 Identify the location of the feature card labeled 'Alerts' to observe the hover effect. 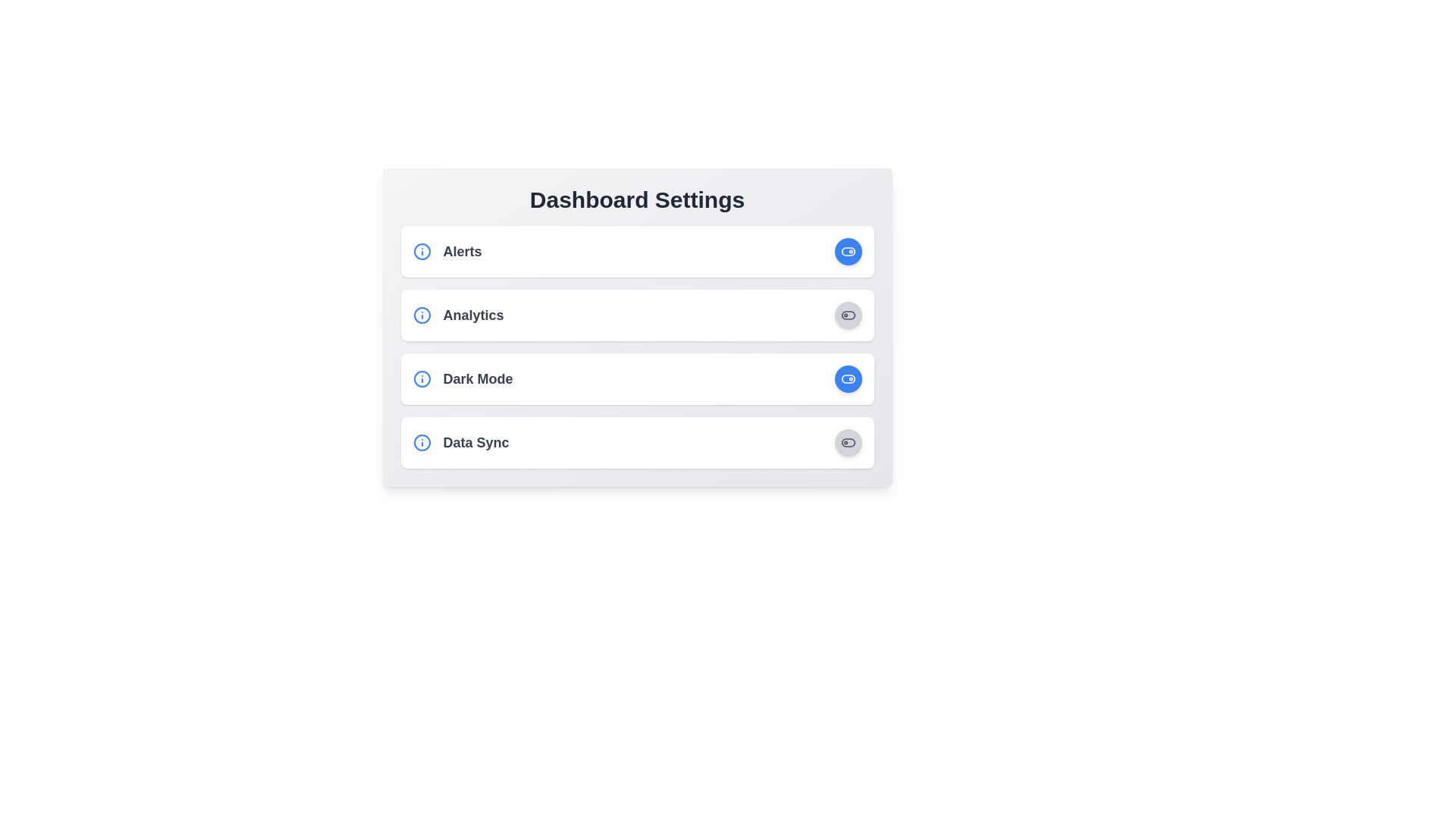
(637, 250).